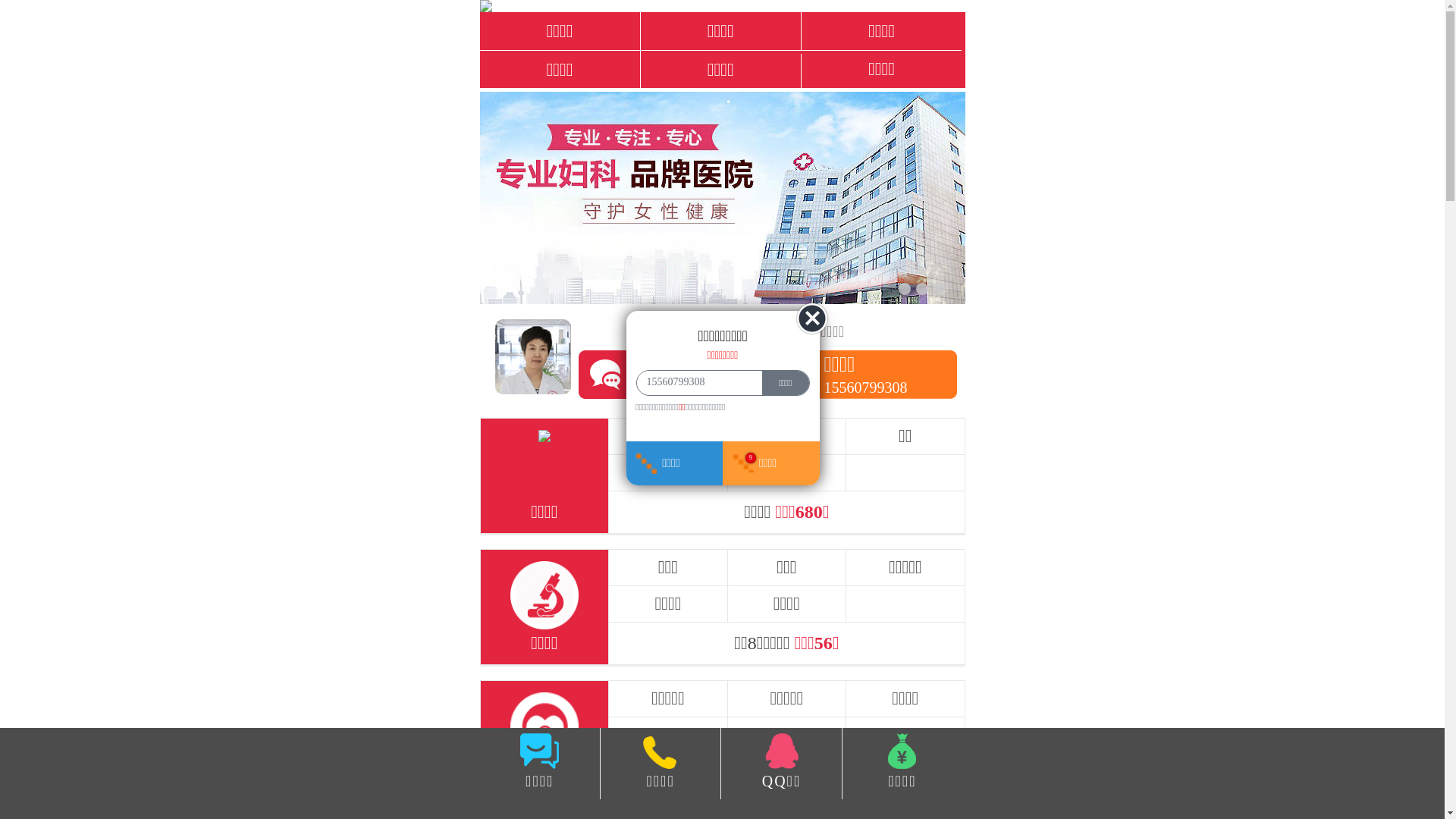 Image resolution: width=1456 pixels, height=819 pixels. I want to click on '15560799308 ', so click(695, 381).